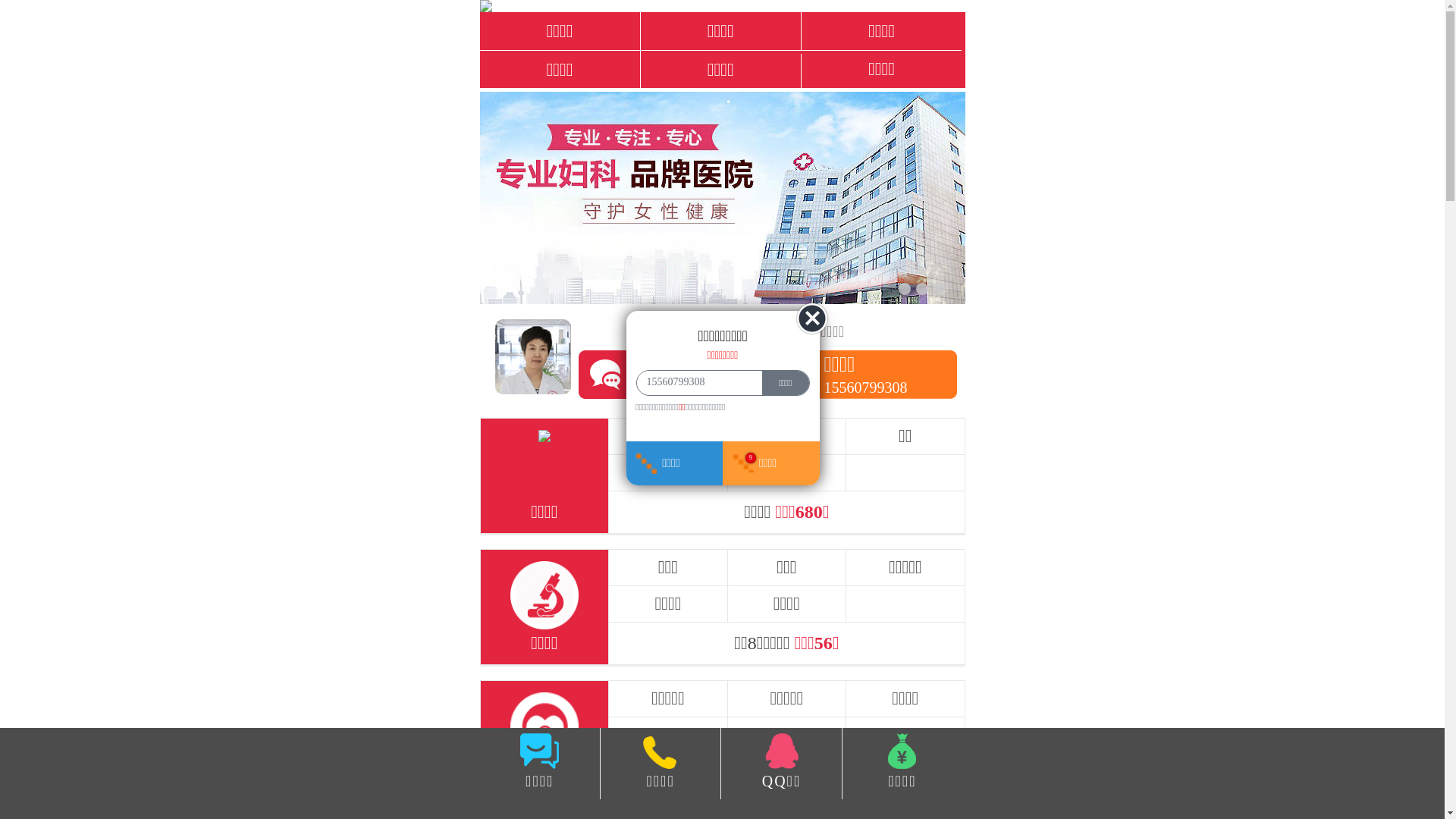 Image resolution: width=1456 pixels, height=819 pixels. I want to click on '15560799308 ', so click(695, 381).